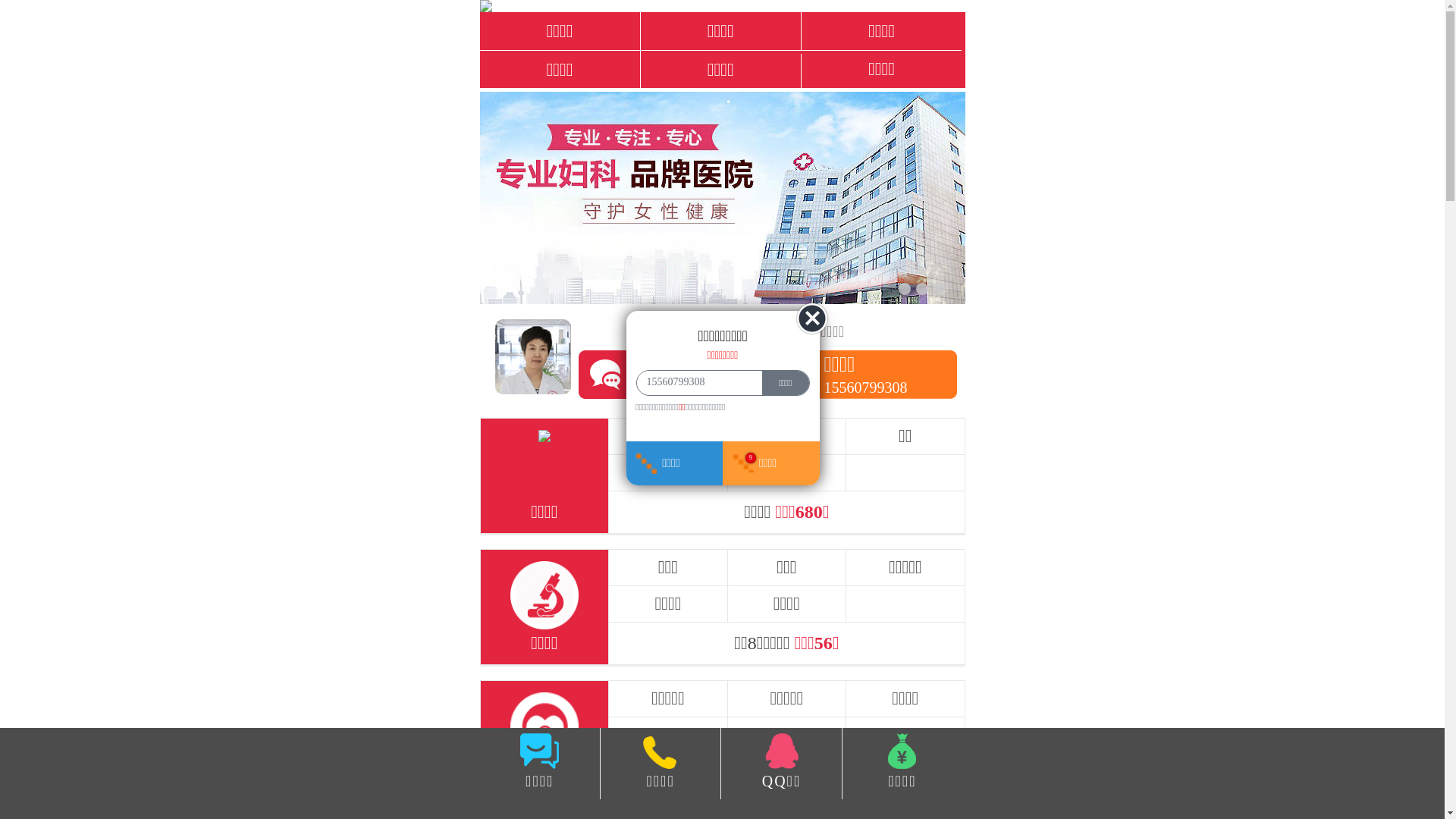 Image resolution: width=1456 pixels, height=819 pixels. I want to click on '15560799308 ', so click(695, 381).